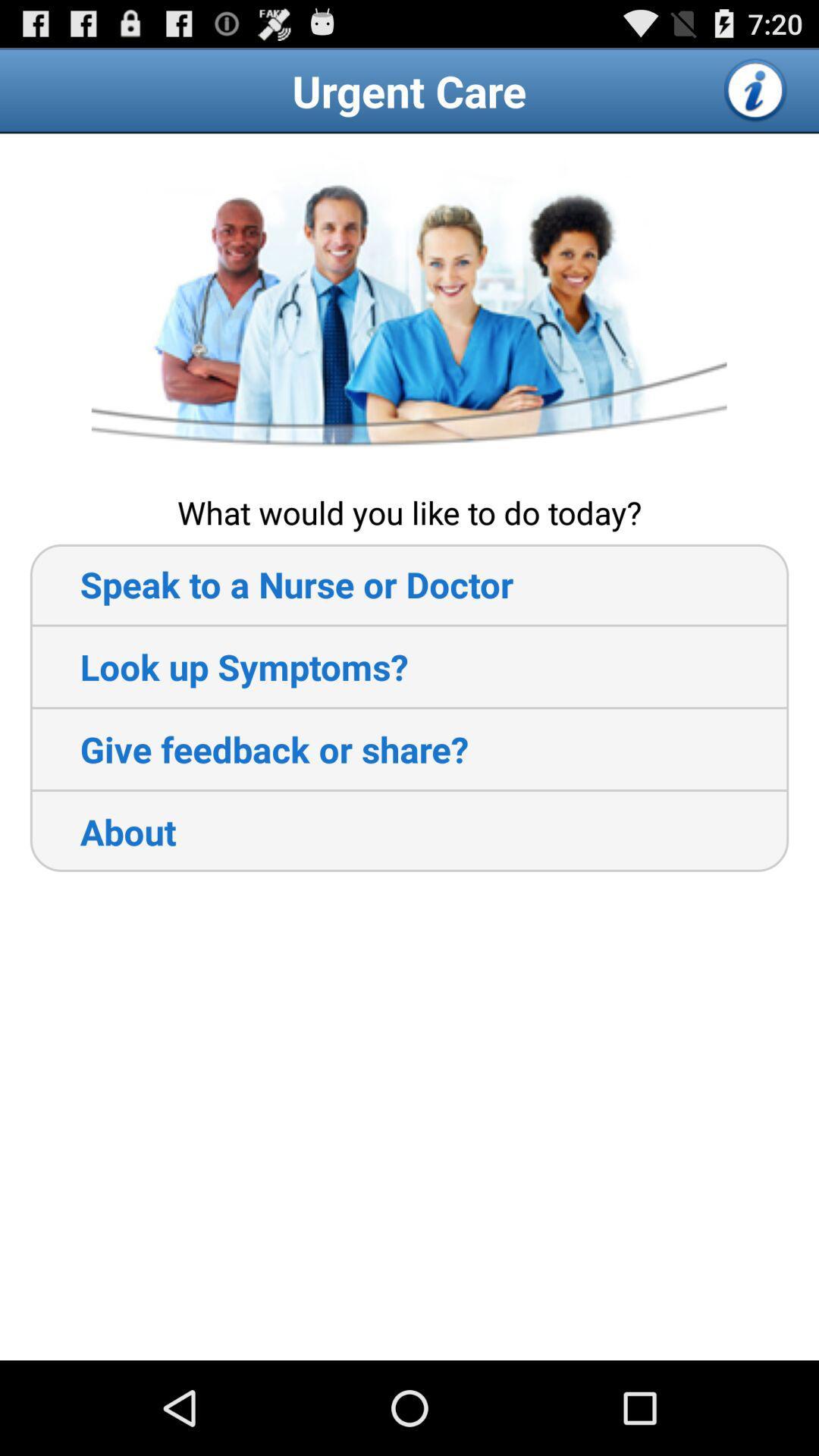 The width and height of the screenshot is (819, 1456). Describe the element at coordinates (271, 583) in the screenshot. I see `speak to a icon` at that location.